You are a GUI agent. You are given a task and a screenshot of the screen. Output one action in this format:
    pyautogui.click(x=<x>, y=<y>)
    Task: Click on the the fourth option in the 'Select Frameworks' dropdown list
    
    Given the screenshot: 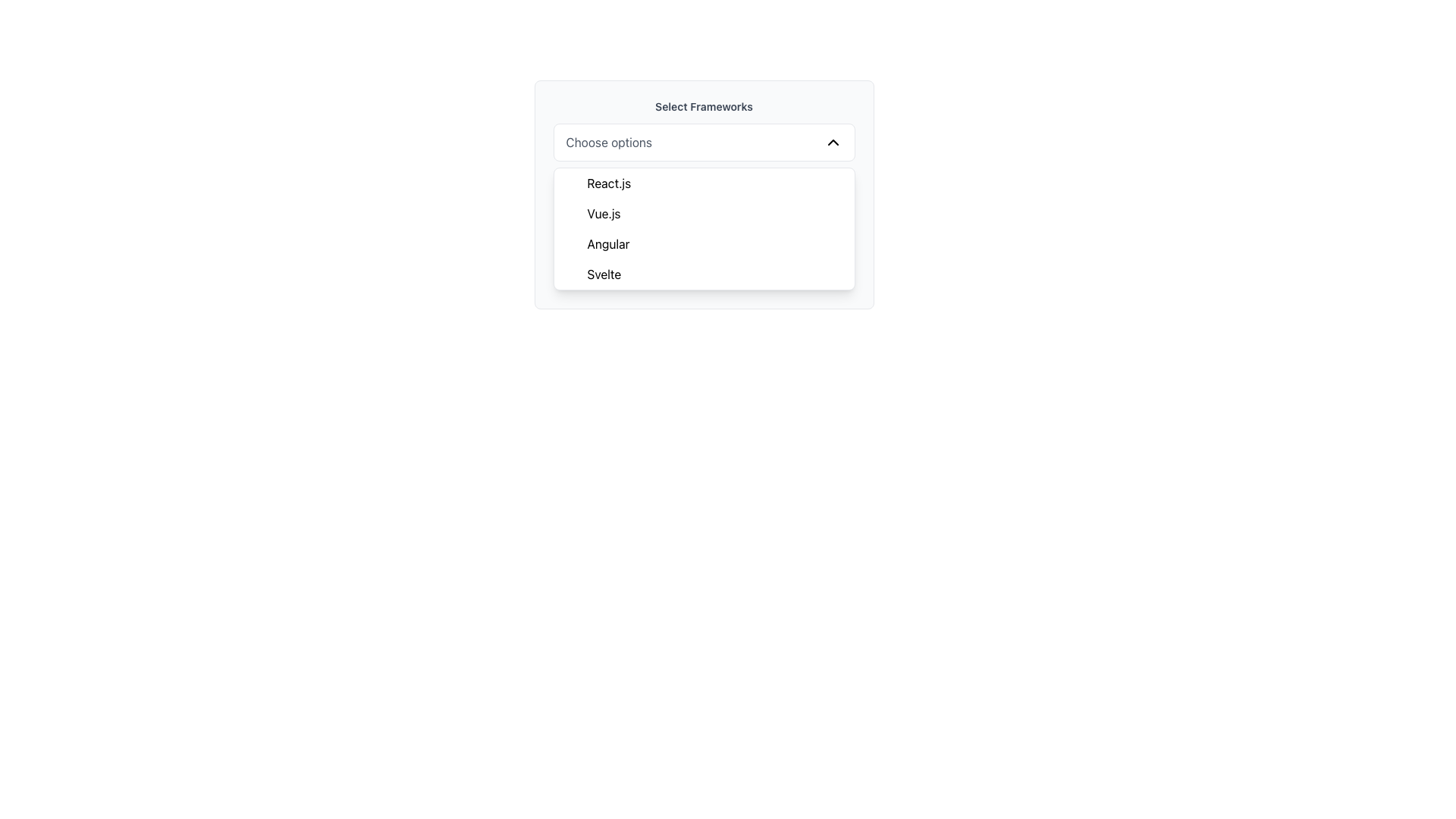 What is the action you would take?
    pyautogui.click(x=703, y=275)
    